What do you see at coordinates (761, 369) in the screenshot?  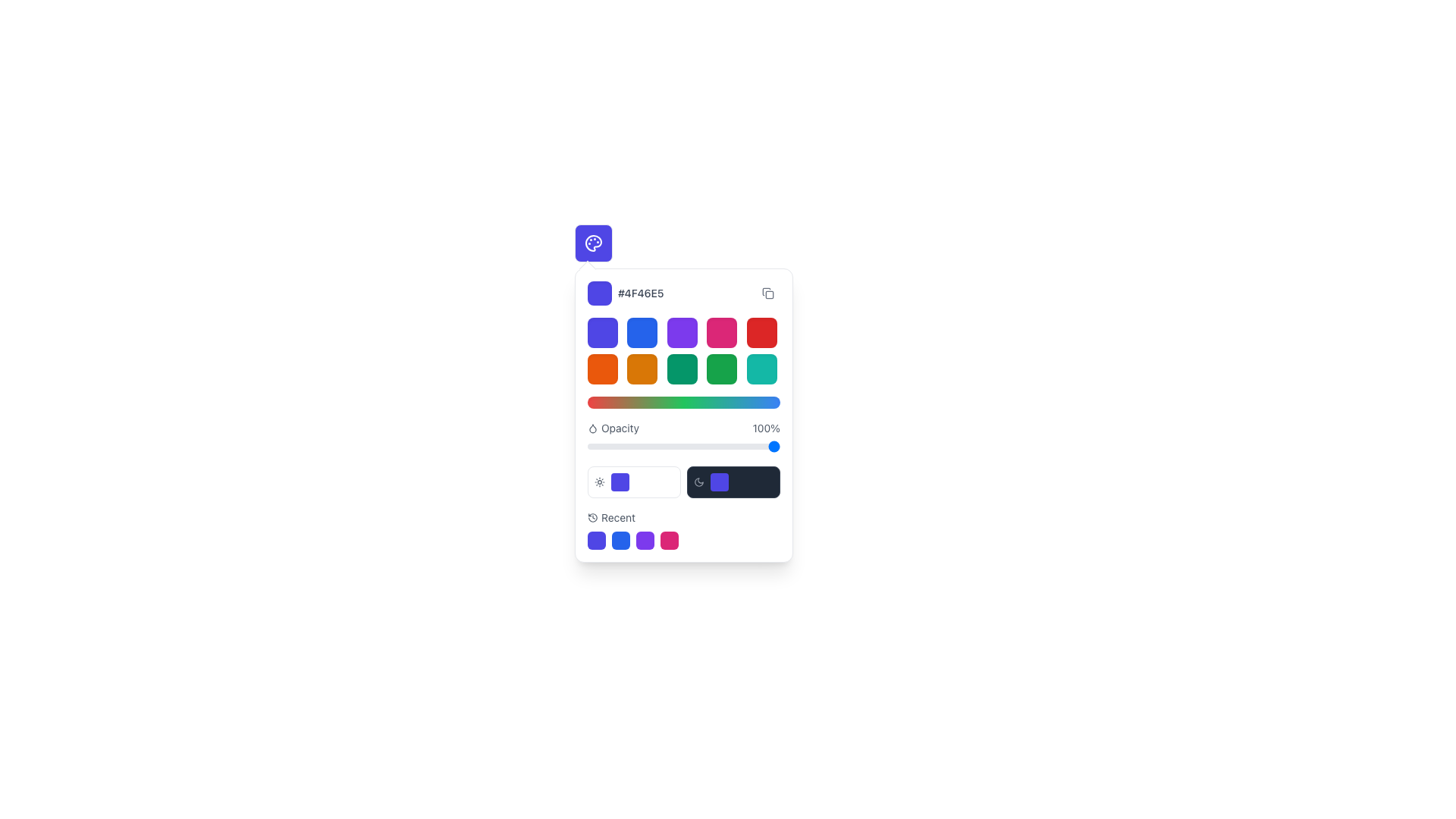 I see `the button in the second row and fifth column of the color selection grid` at bounding box center [761, 369].